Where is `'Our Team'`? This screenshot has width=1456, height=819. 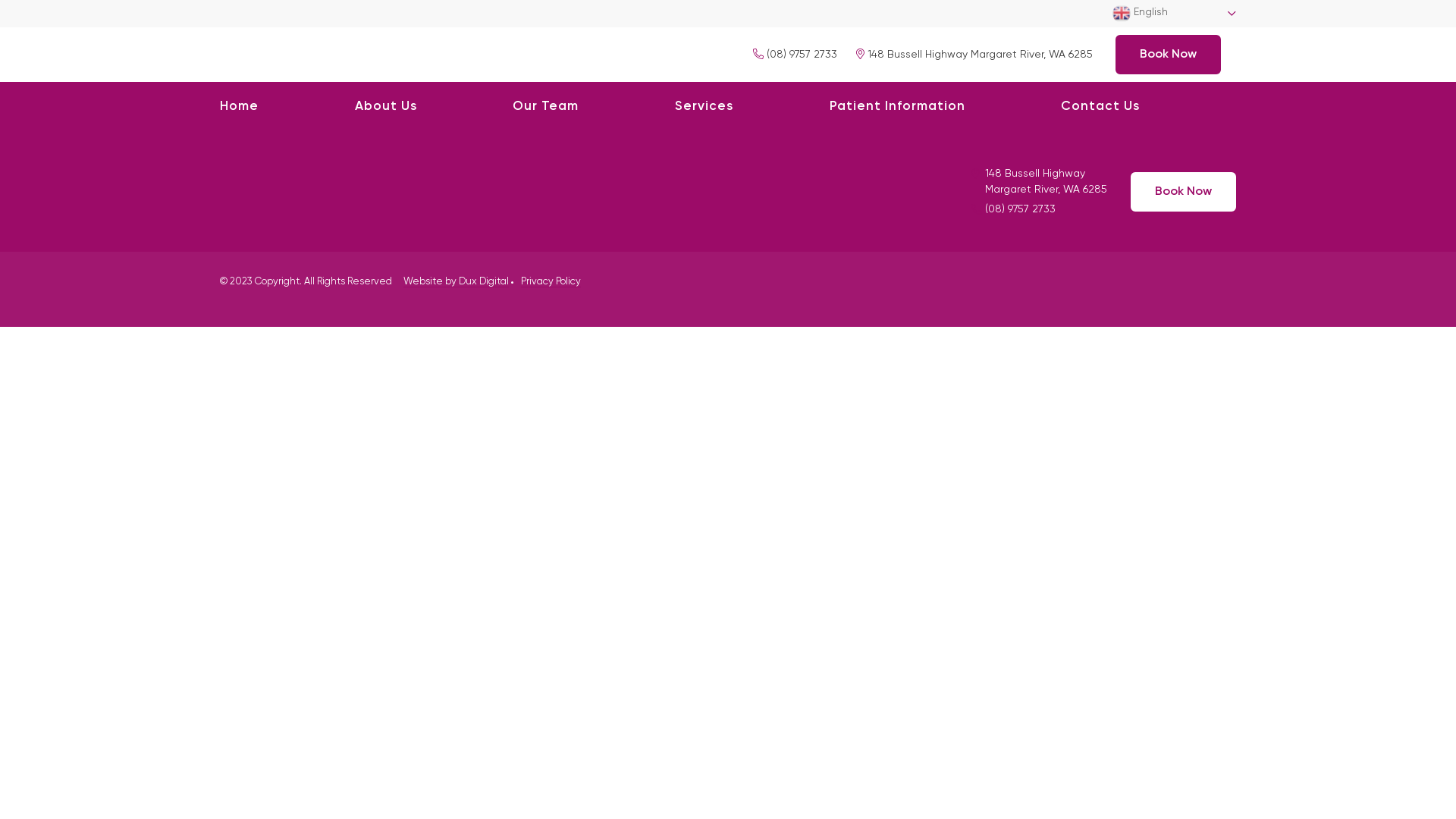
'Our Team' is located at coordinates (513, 106).